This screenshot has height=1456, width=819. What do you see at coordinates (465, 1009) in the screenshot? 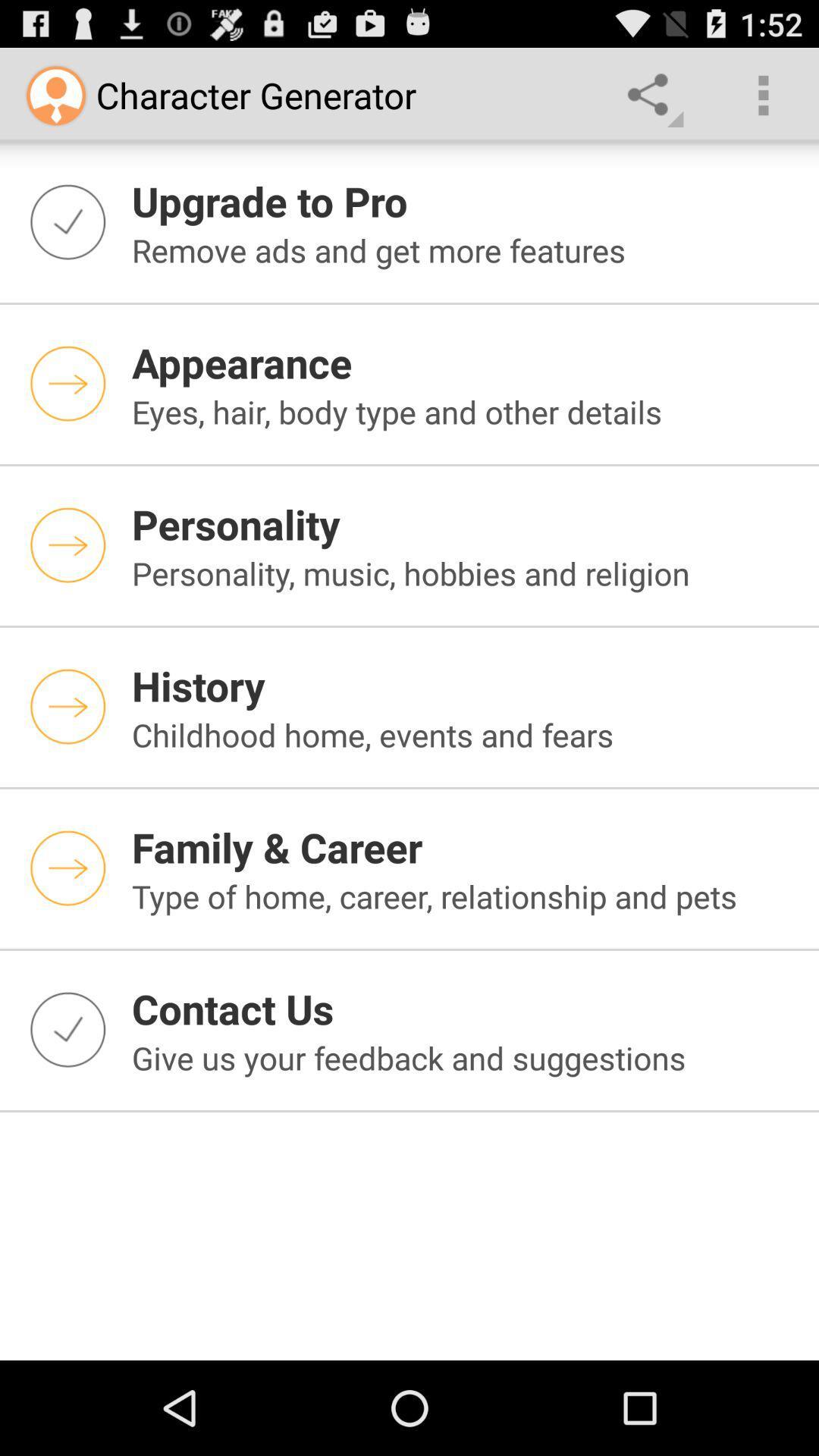
I see `the contact us icon` at bounding box center [465, 1009].